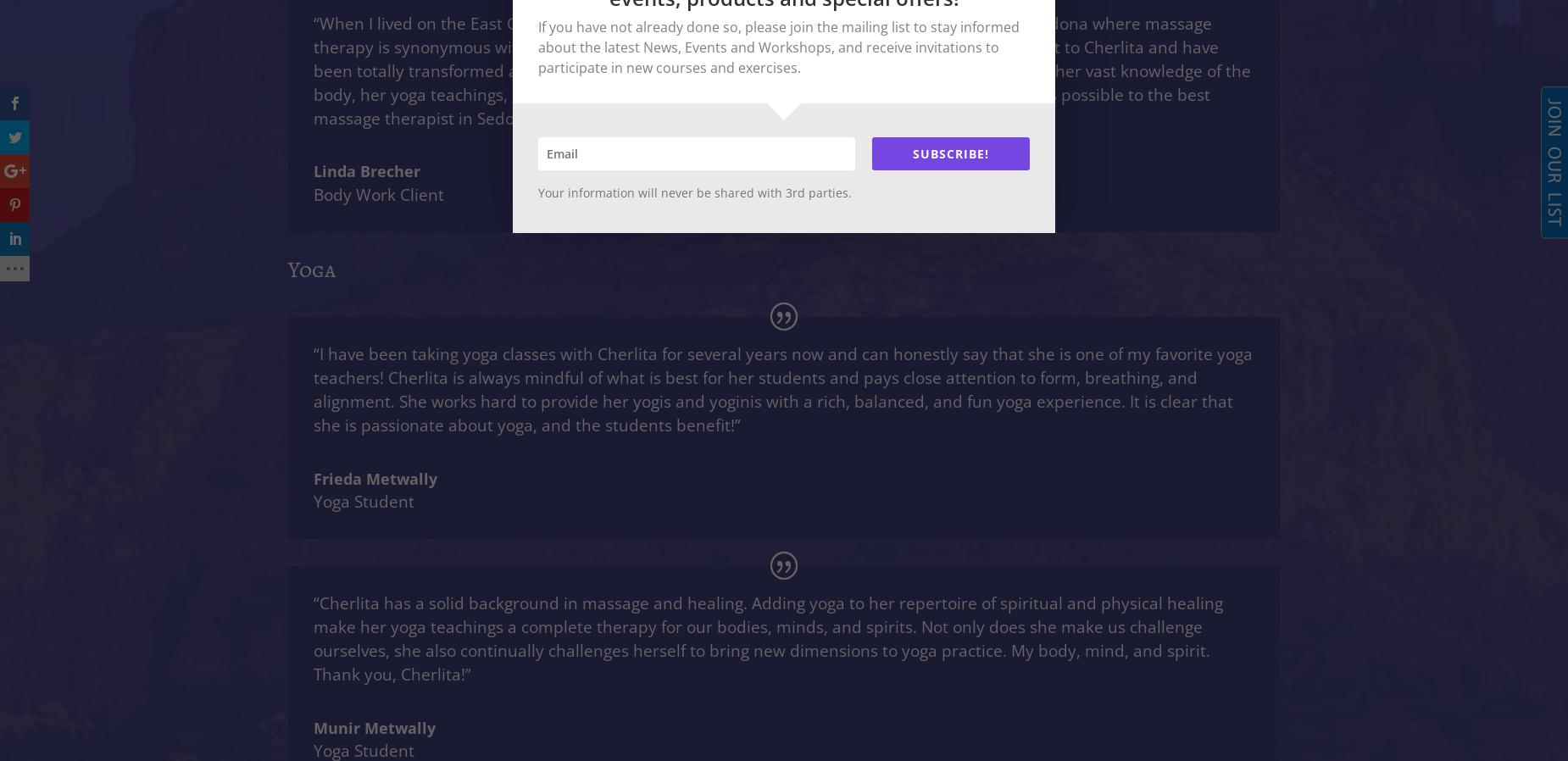 The image size is (1568, 761). Describe the element at coordinates (783, 388) in the screenshot. I see `'“I have been taking yoga classes with Cherlita for several years now and can honestly say that she is one of my favorite yoga teachers! Cherlita is always mindful of what is best for her students and pays close attention to form, breathing, and alignment. She works hard to provide her yogis and yoginis with a rich, balanced, and fun yoga experience. It is clear that she is passionate about yoga, and the students benefit!”'` at that location.